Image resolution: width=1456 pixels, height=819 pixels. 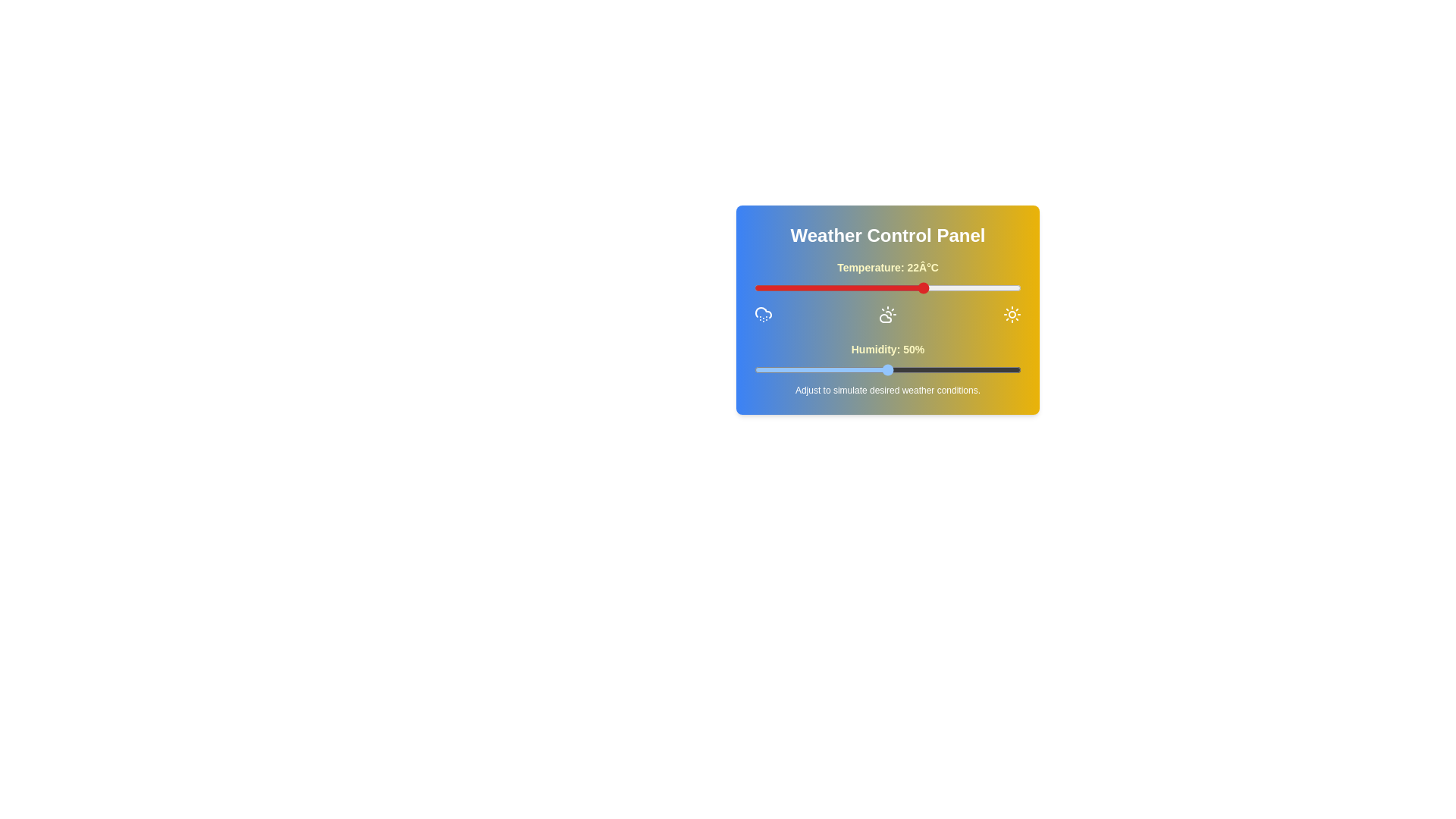 What do you see at coordinates (807, 288) in the screenshot?
I see `temperature` at bounding box center [807, 288].